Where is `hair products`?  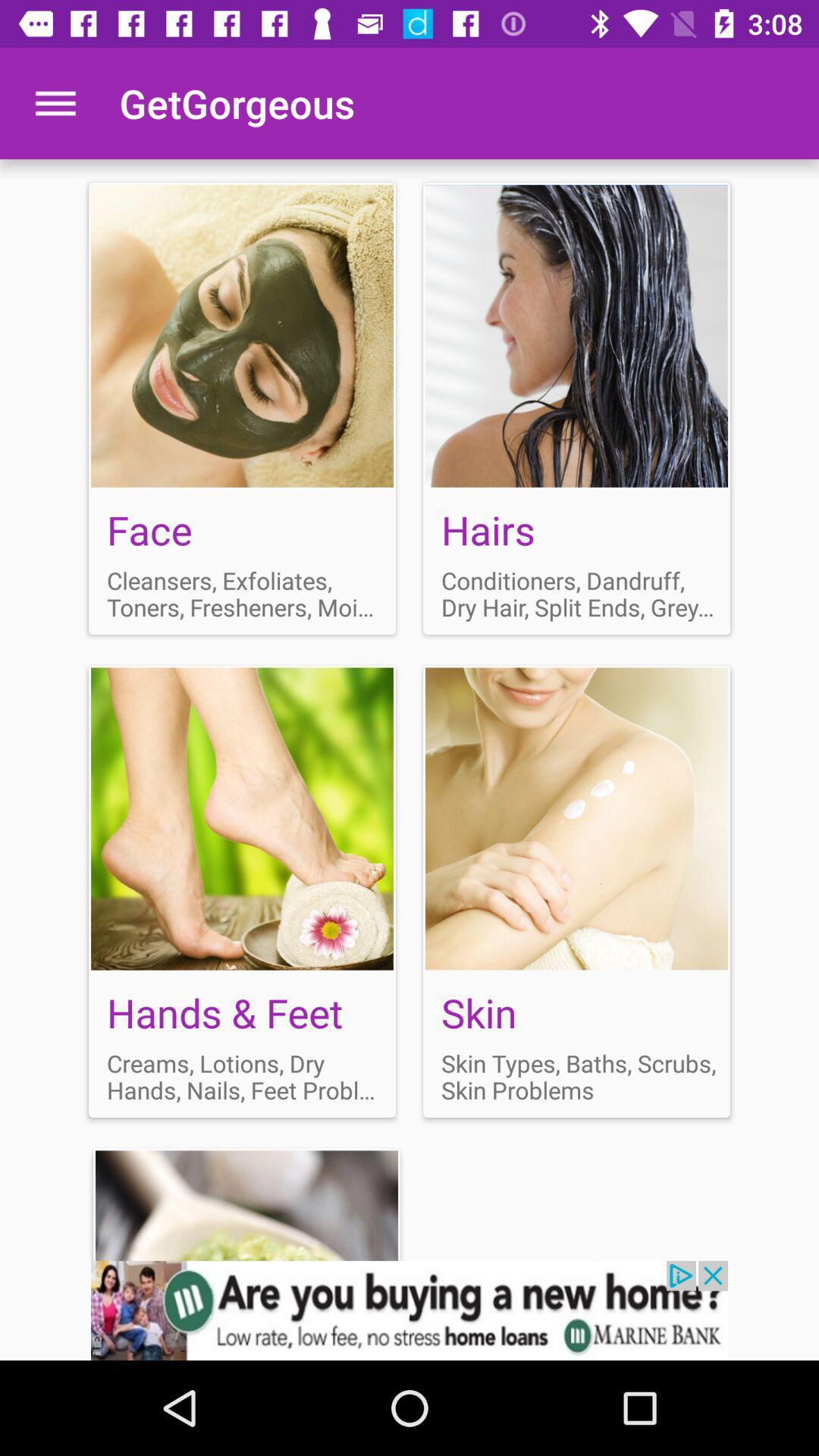
hair products is located at coordinates (576, 408).